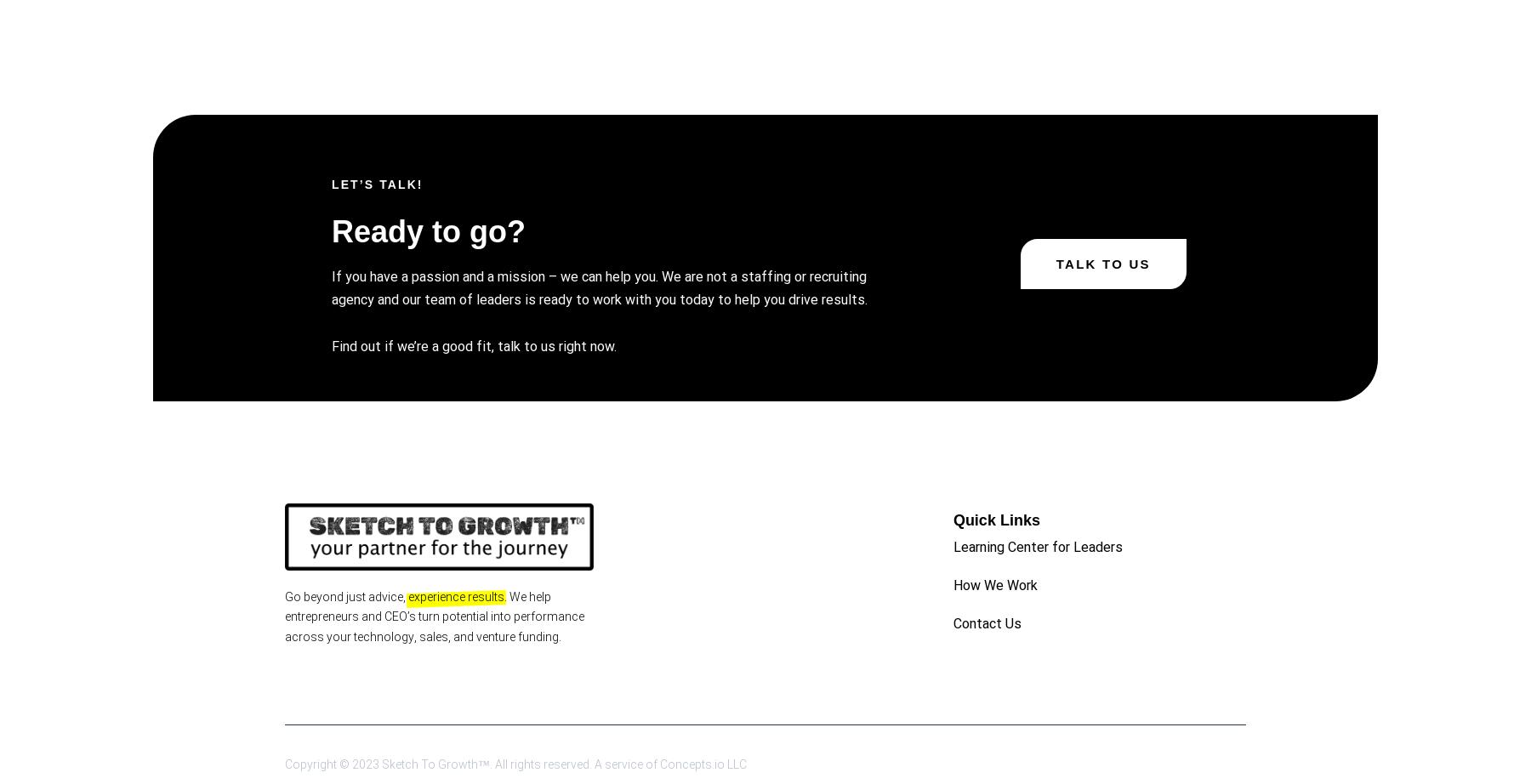 This screenshot has width=1531, height=784. I want to click on 'Find out if we’re a good fit, talk to us right now.', so click(473, 344).